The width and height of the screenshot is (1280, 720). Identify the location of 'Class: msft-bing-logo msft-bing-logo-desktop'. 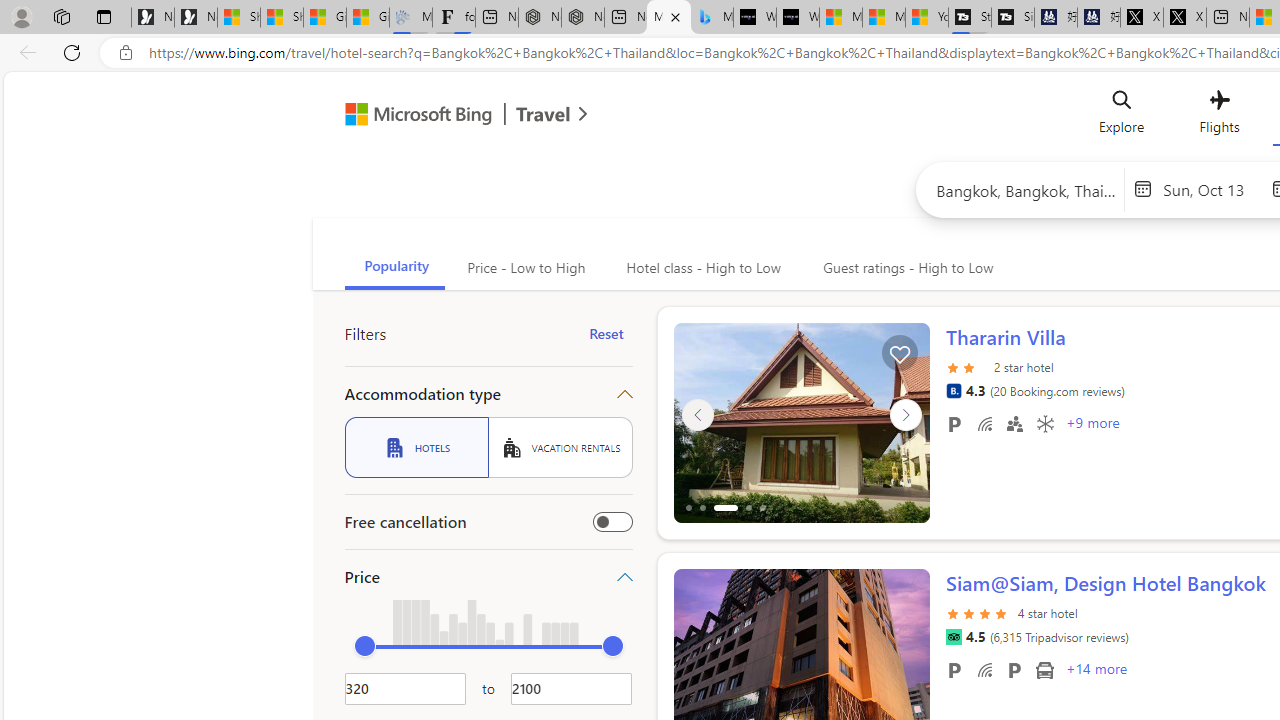
(412, 114).